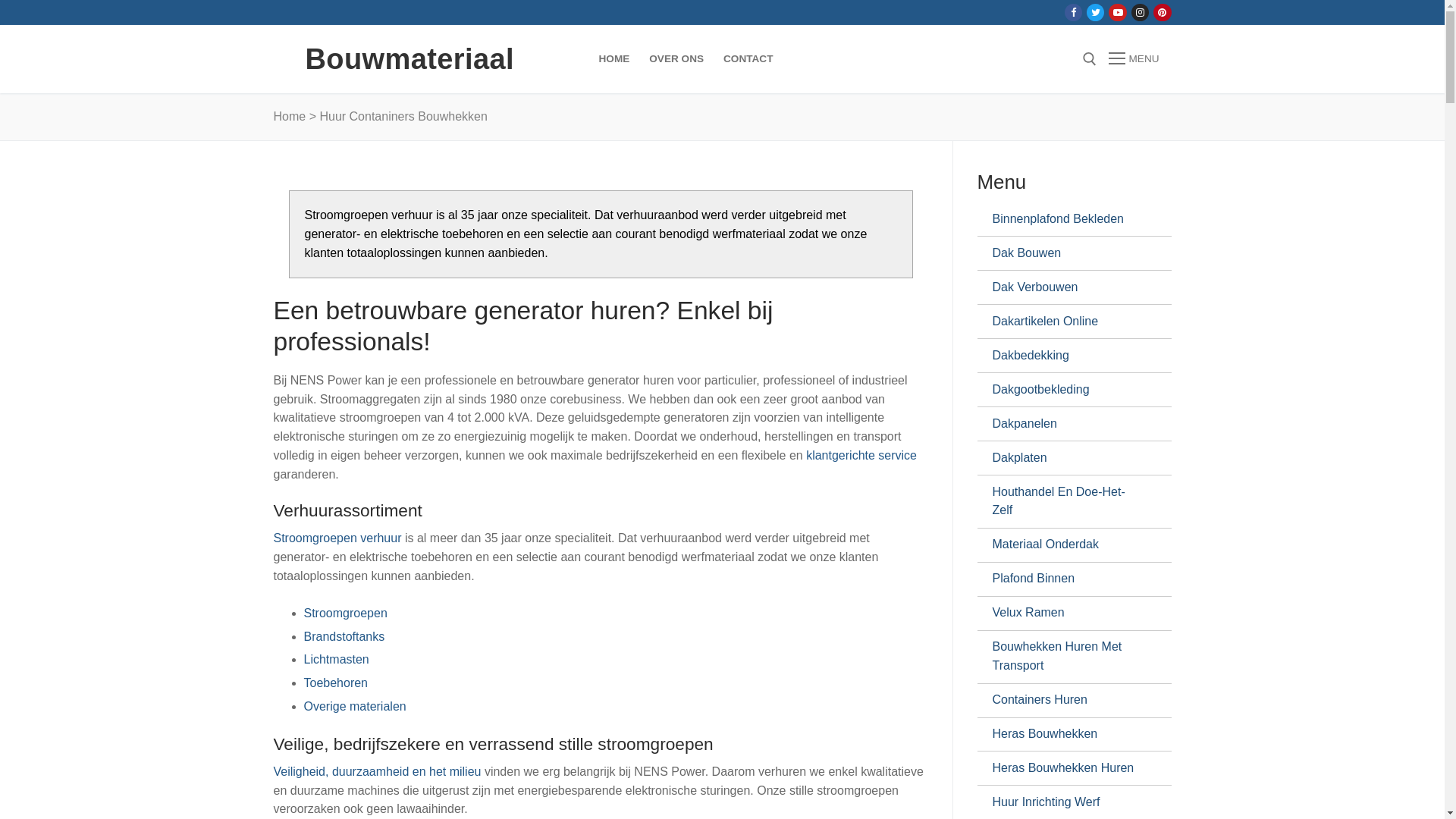 This screenshot has width=1456, height=819. What do you see at coordinates (992, 733) in the screenshot?
I see `'Heras Bouwhekken'` at bounding box center [992, 733].